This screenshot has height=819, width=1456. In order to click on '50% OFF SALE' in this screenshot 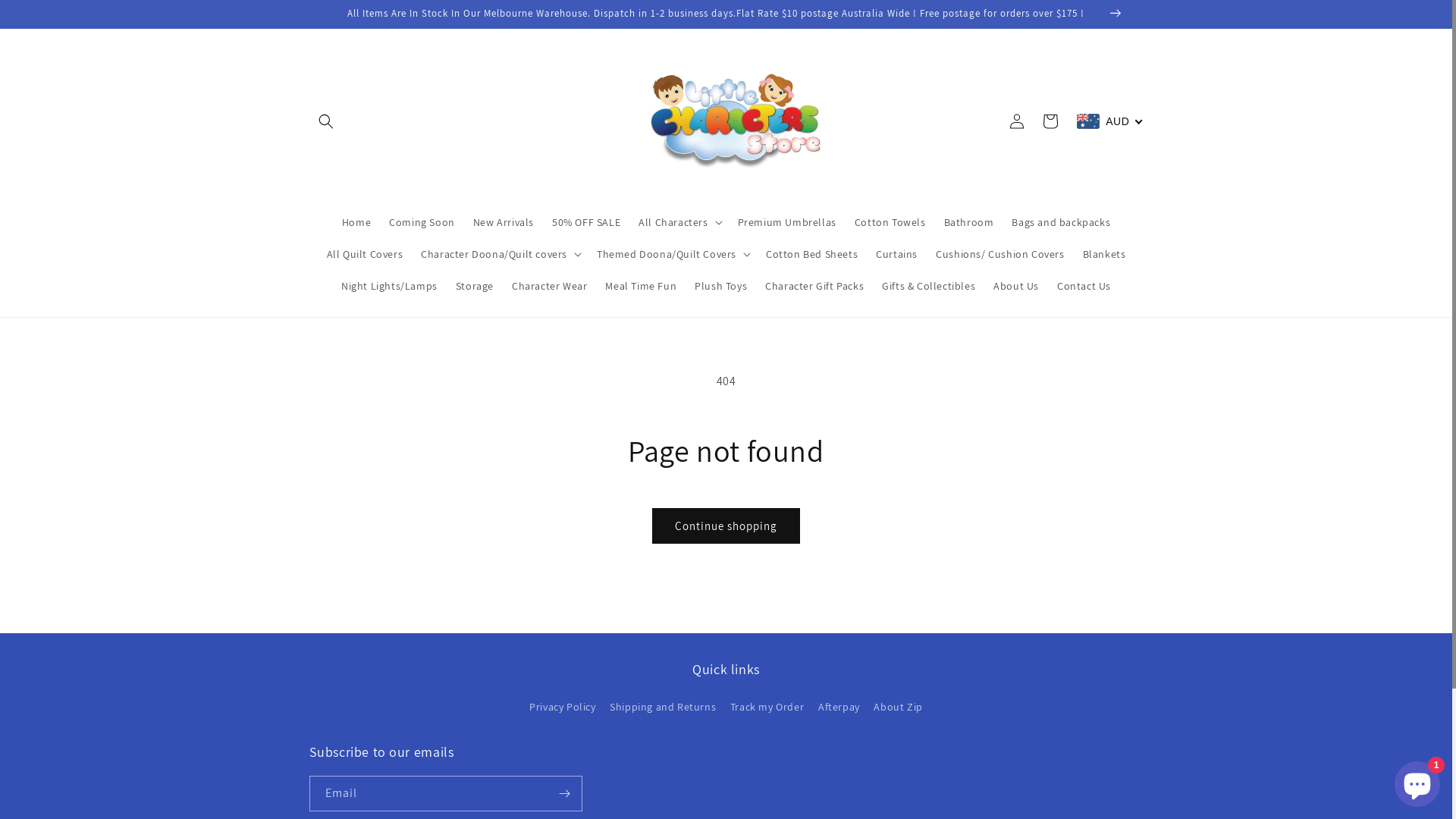, I will do `click(585, 222)`.